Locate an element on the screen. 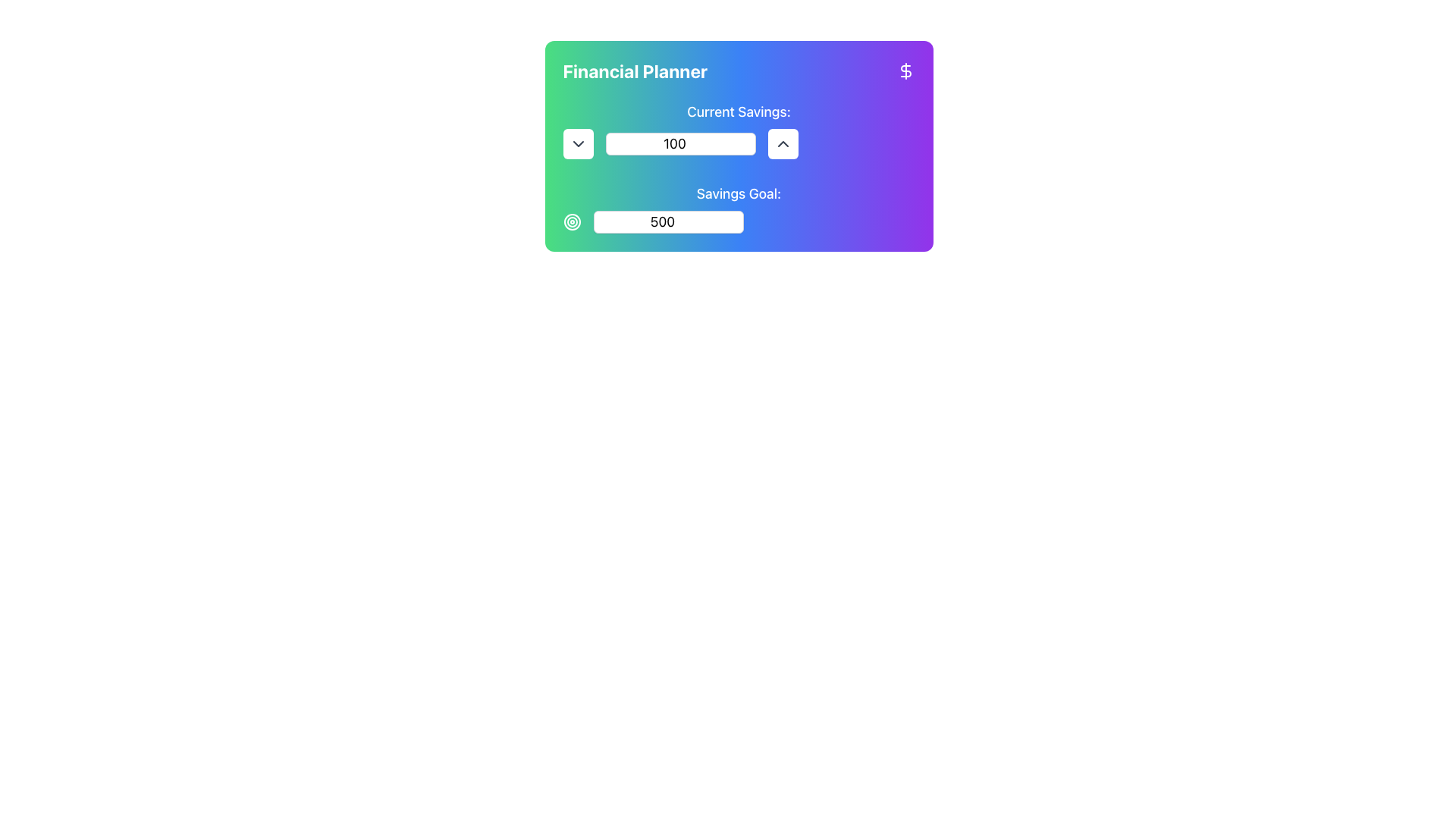  the 'Financial Planner' text, which is displayed in white, bold, and large font against a gradient background, located at the top-left of a rectangular card interface is located at coordinates (635, 71).